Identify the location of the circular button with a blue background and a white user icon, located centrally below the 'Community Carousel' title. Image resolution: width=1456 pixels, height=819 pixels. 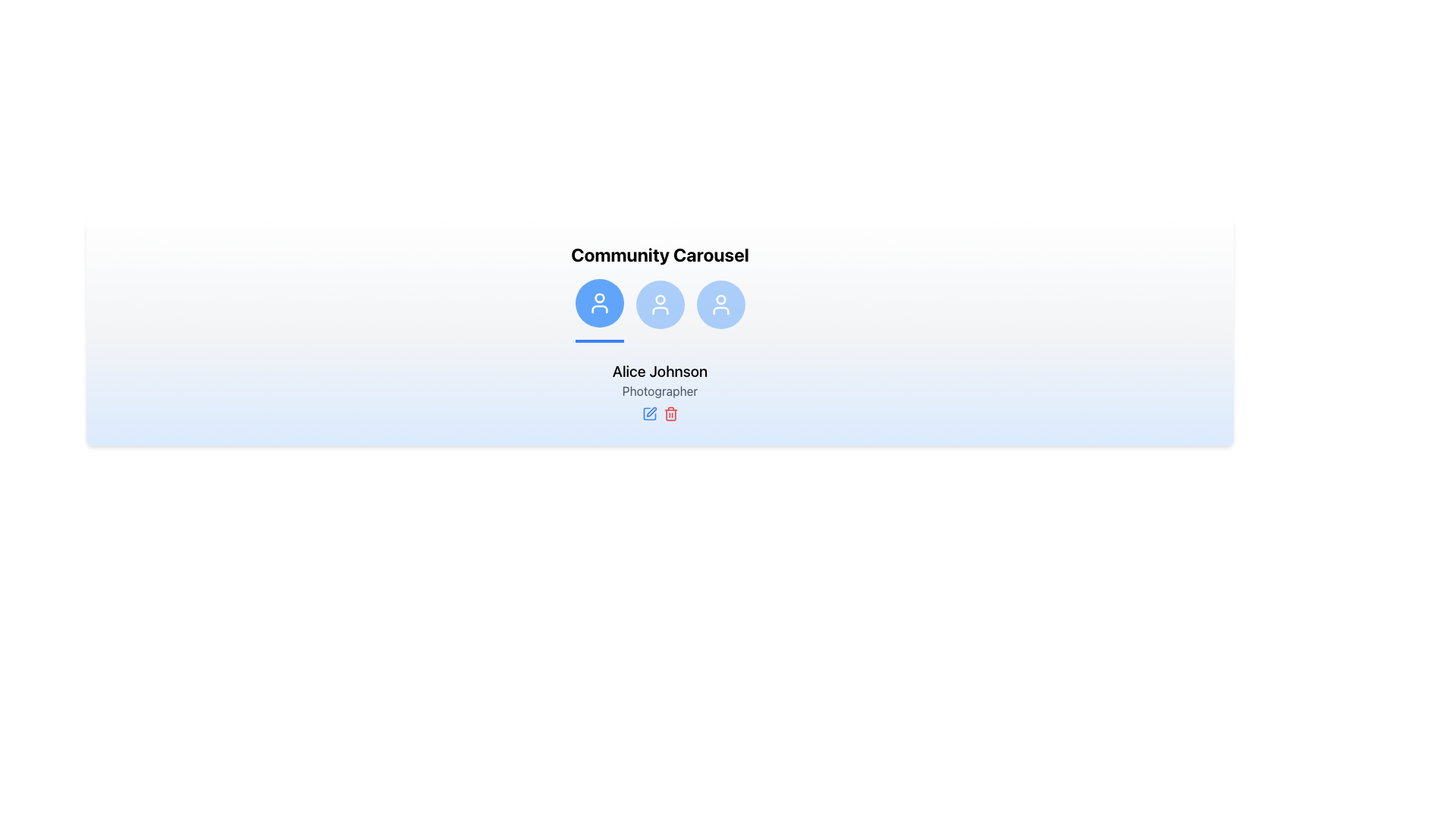
(660, 304).